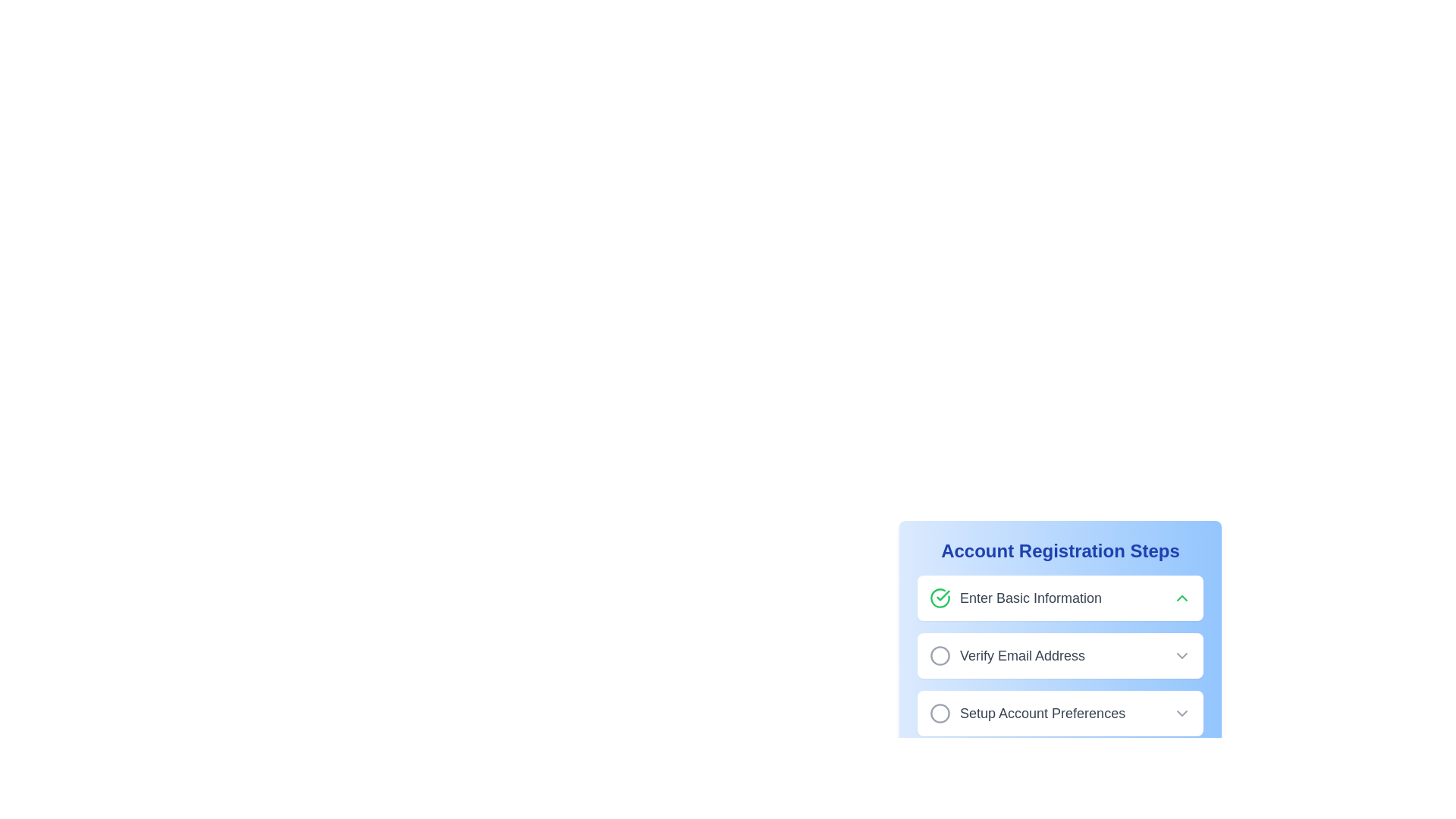  I want to click on information related to the 'Enter Basic Information' group component, which consists of a green checkmark icon followed by bold dark-gray text, so click(1015, 598).